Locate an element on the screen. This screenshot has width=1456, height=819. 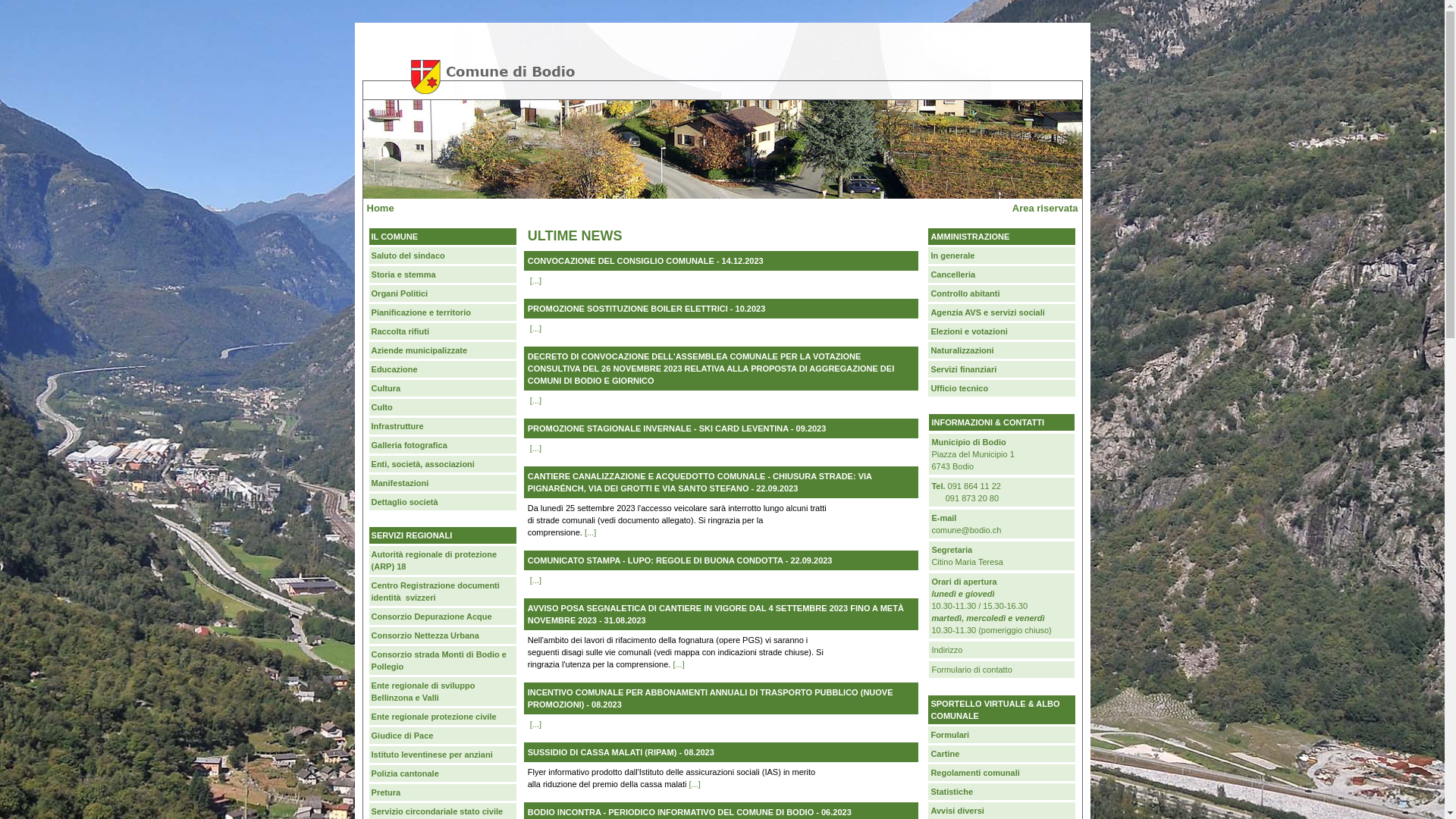
'Elezioni e votazioni' is located at coordinates (927, 330).